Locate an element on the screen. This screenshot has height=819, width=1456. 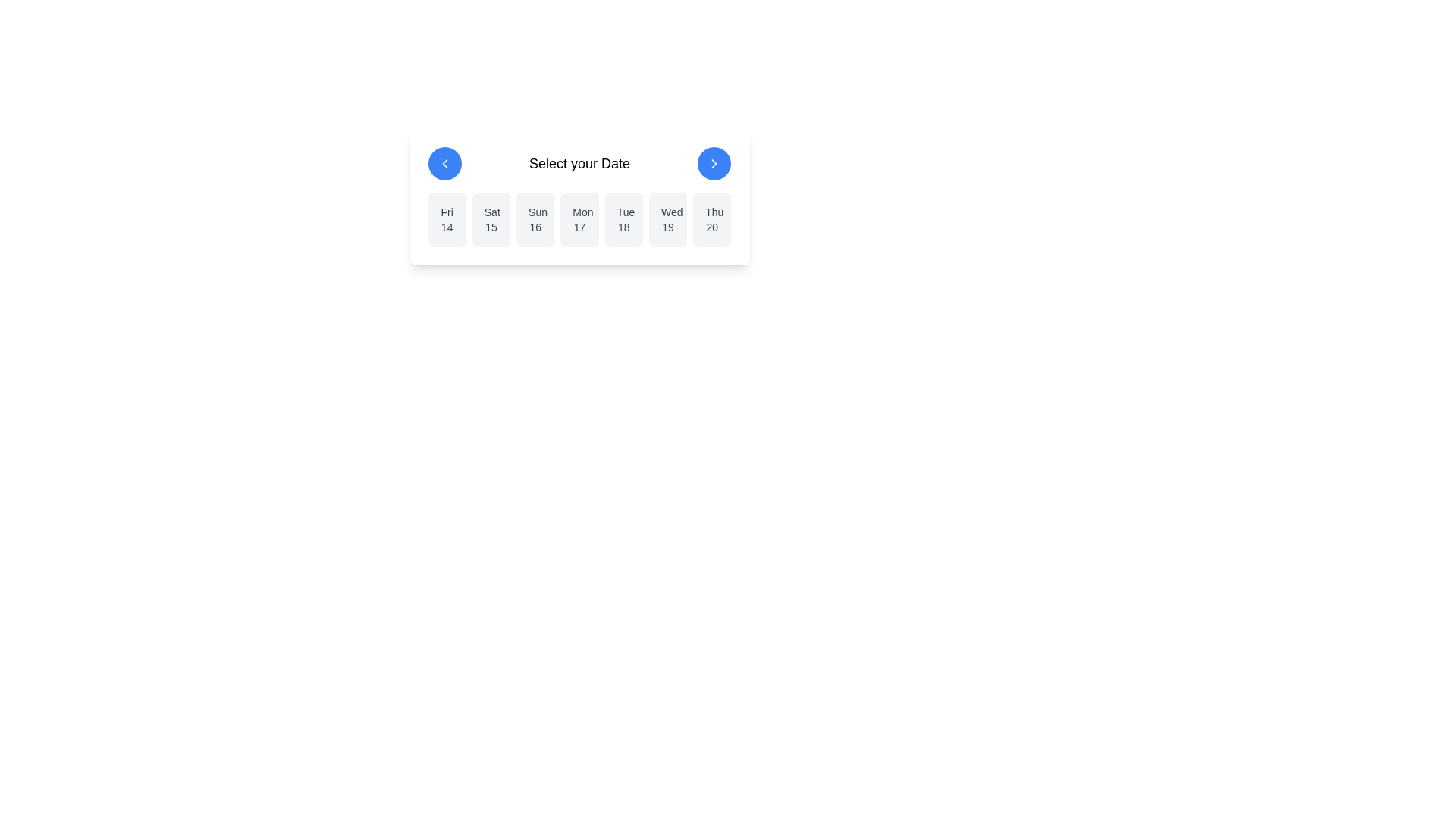
the left navigation button represented by an SVG icon within a button in the date selector, which allows the user to scroll to previous items or dates is located at coordinates (444, 164).